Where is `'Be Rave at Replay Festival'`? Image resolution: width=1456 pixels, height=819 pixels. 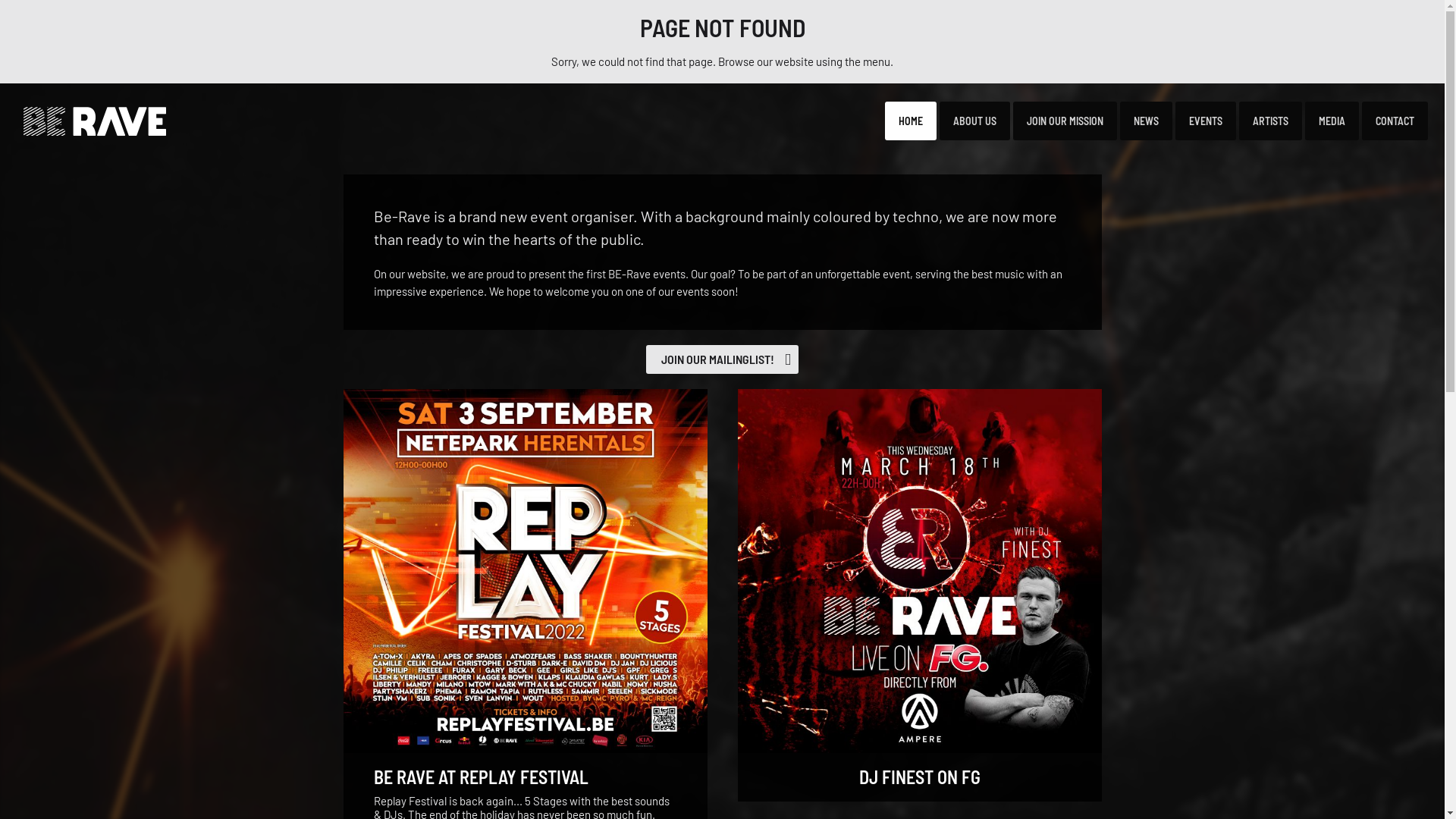 'Be Rave at Replay Festival' is located at coordinates (524, 570).